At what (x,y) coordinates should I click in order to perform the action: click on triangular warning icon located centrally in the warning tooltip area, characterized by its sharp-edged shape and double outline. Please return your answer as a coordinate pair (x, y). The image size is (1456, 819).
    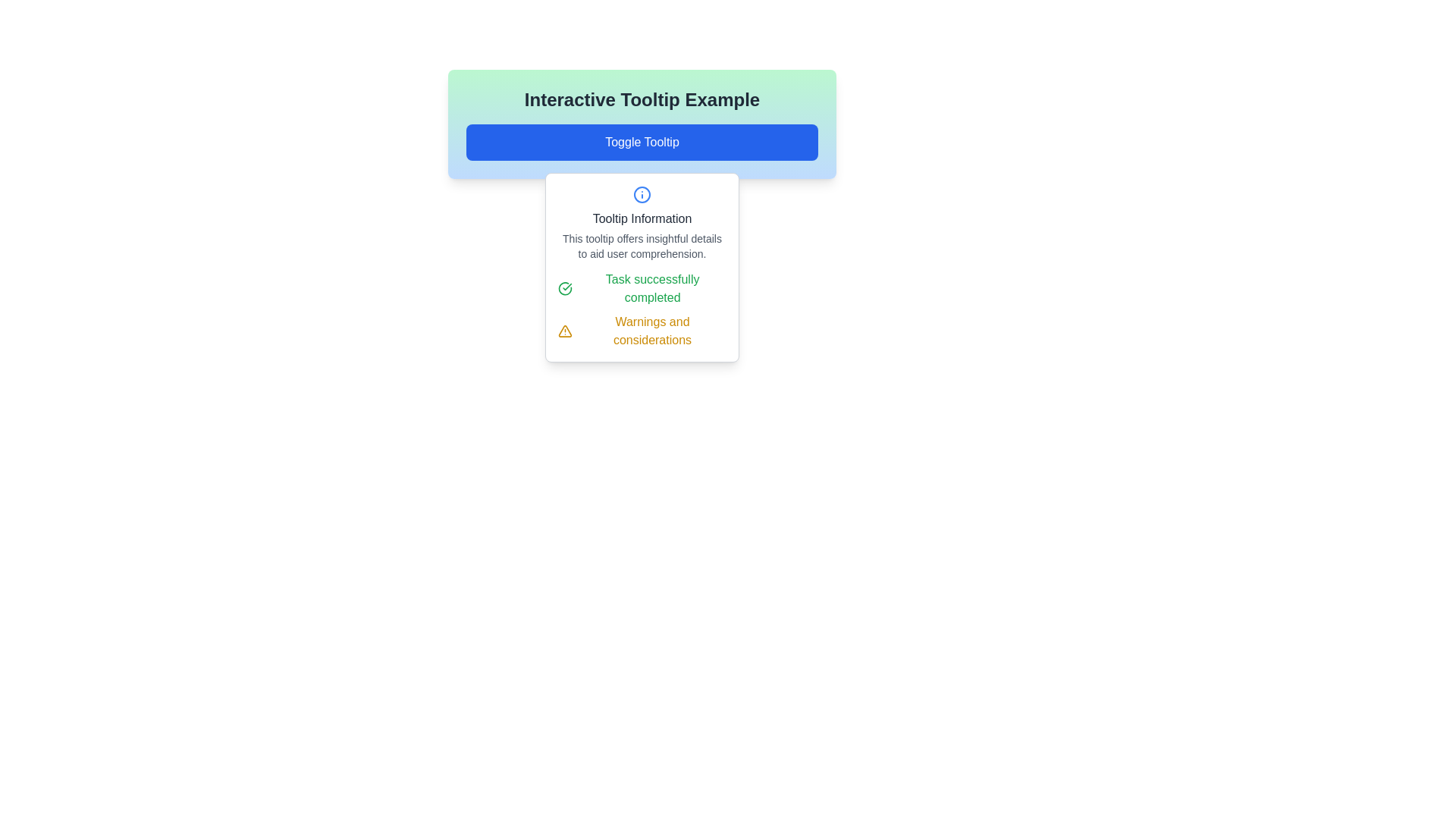
    Looking at the image, I should click on (564, 330).